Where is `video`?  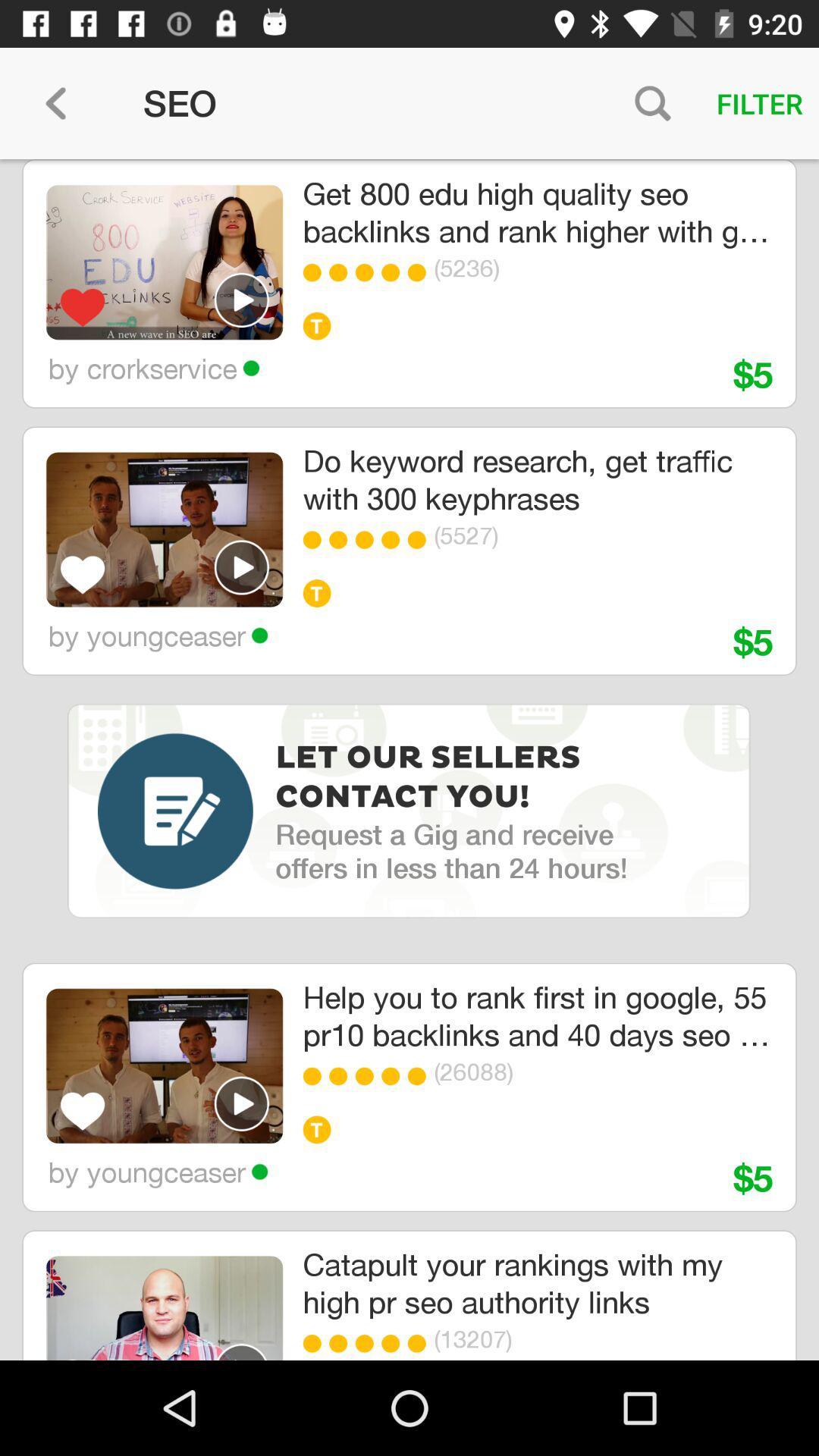
video is located at coordinates (241, 1103).